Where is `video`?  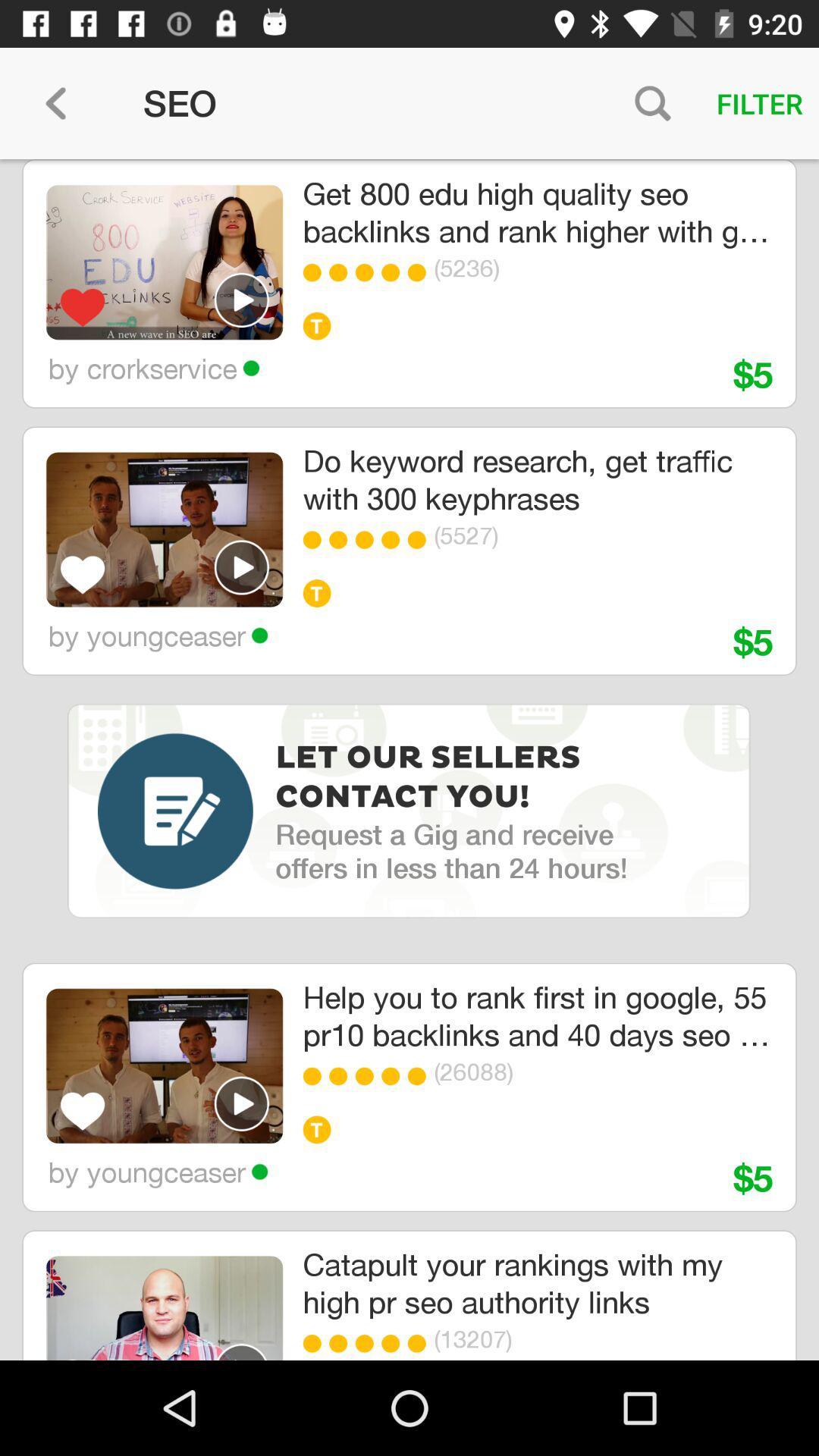
video is located at coordinates (241, 1103).